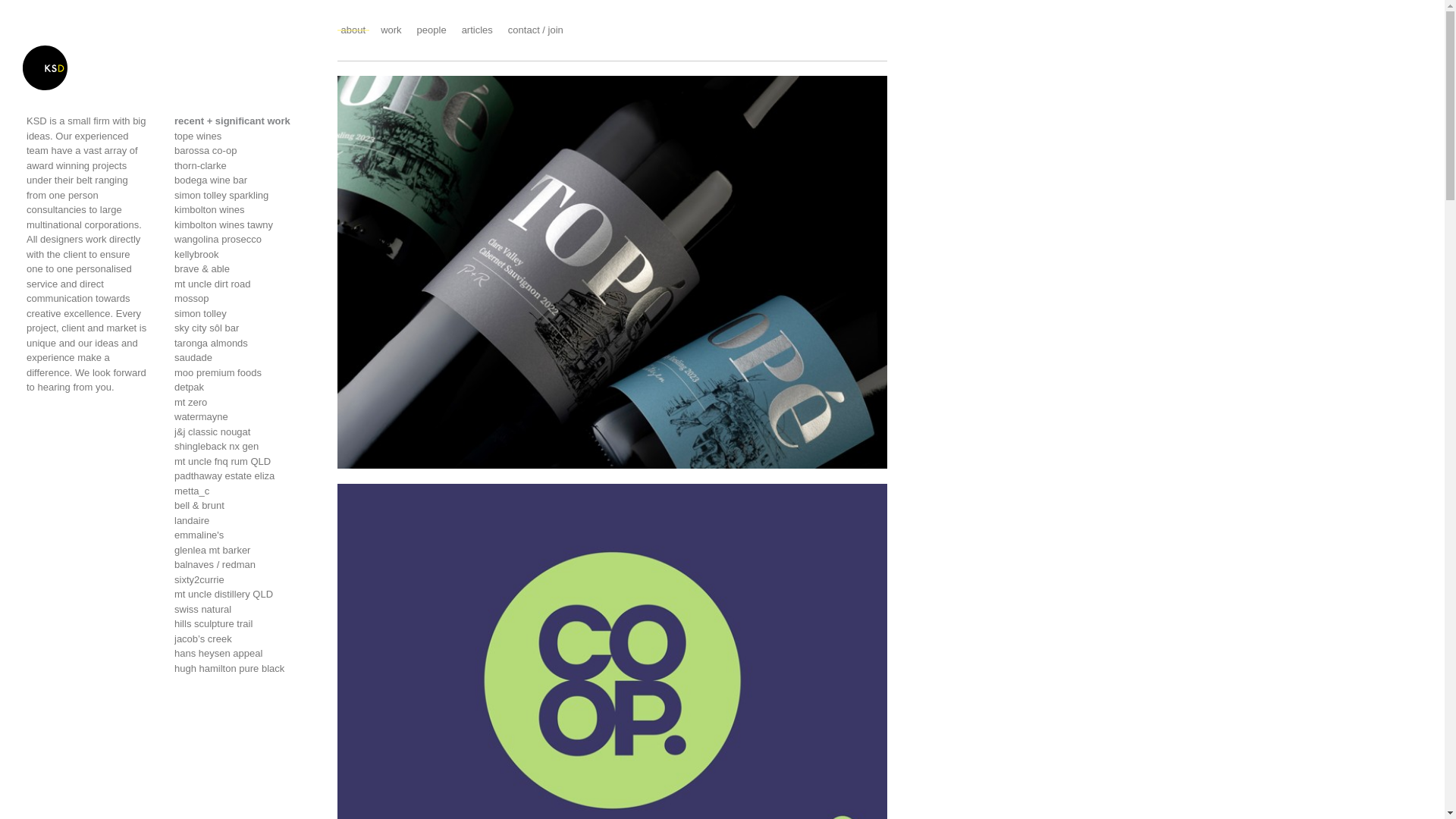  Describe the element at coordinates (243, 165) in the screenshot. I see `'thorn-clarke'` at that location.